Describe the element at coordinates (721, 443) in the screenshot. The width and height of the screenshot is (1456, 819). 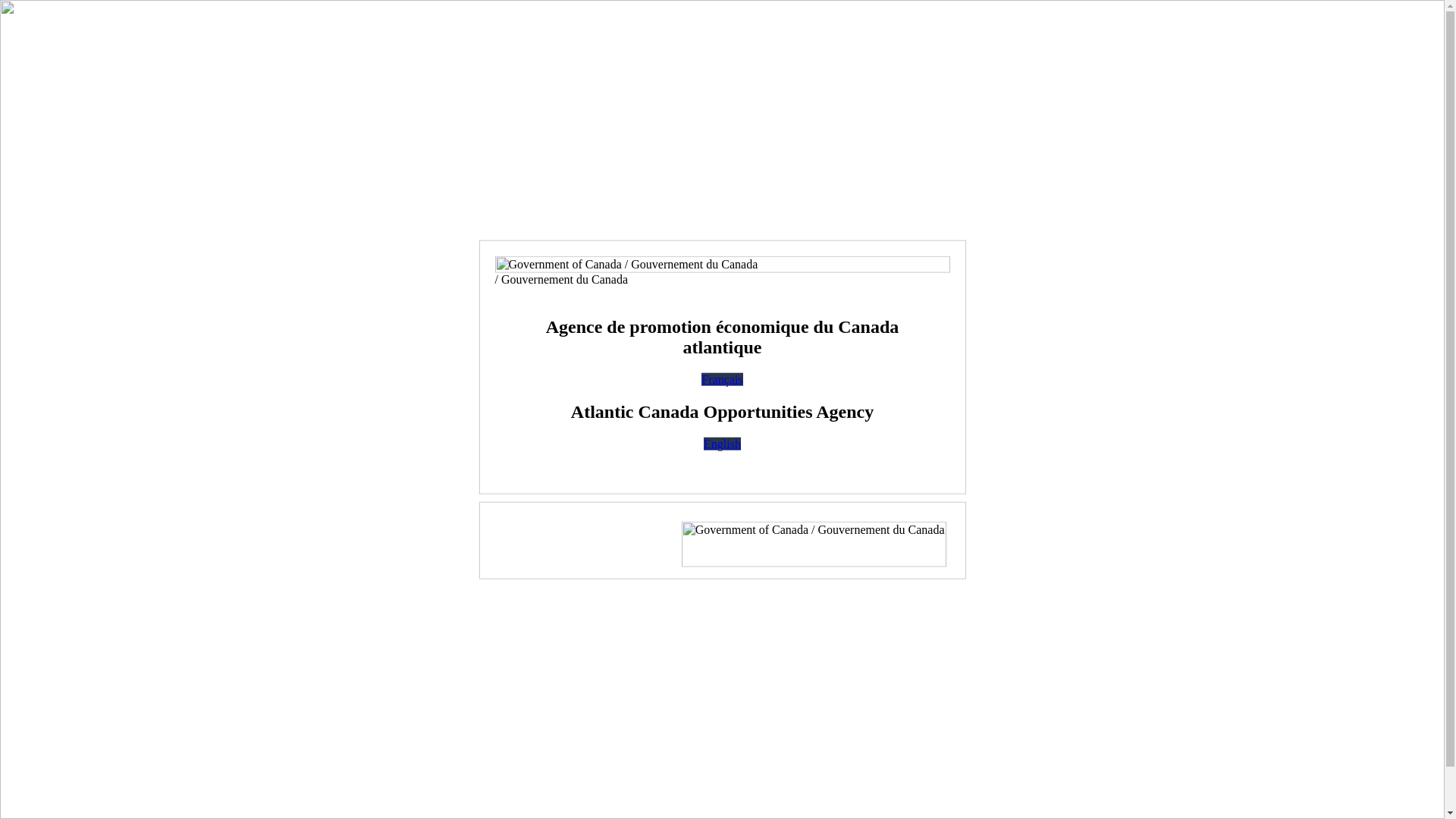
I see `'English'` at that location.